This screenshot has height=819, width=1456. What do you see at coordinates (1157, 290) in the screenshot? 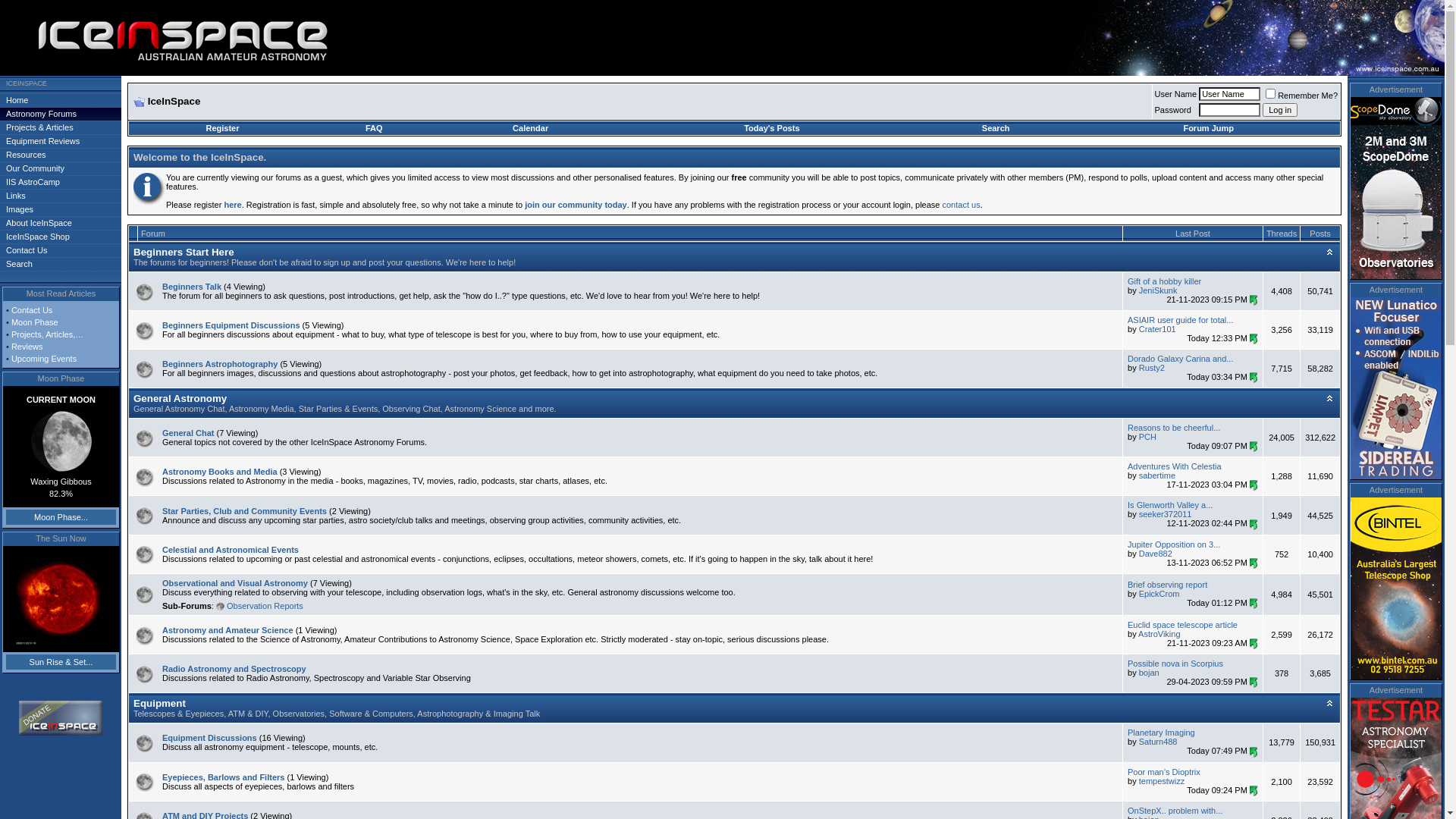
I see `'JeniSkunk'` at bounding box center [1157, 290].